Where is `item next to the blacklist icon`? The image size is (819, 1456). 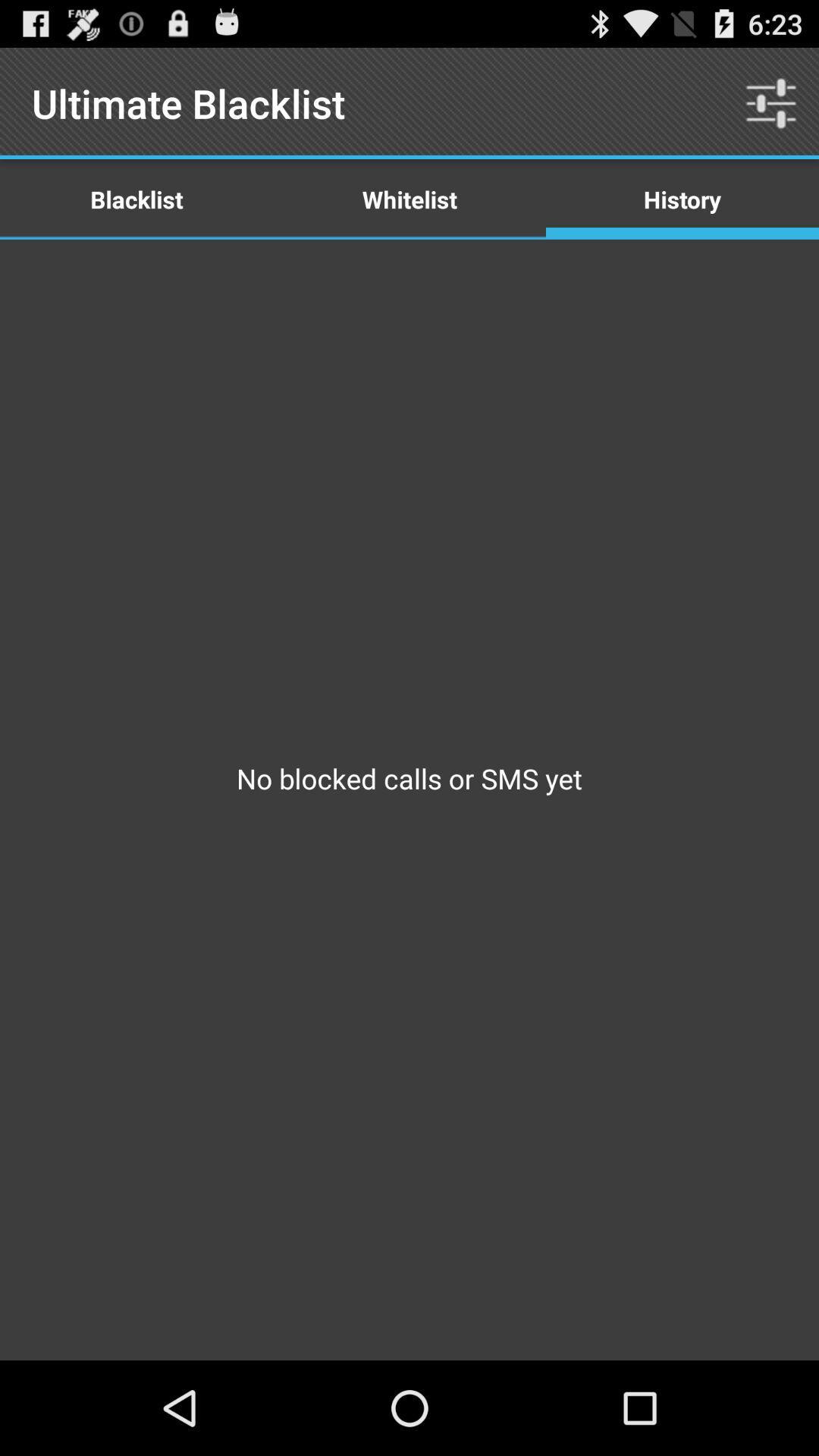 item next to the blacklist icon is located at coordinates (409, 198).